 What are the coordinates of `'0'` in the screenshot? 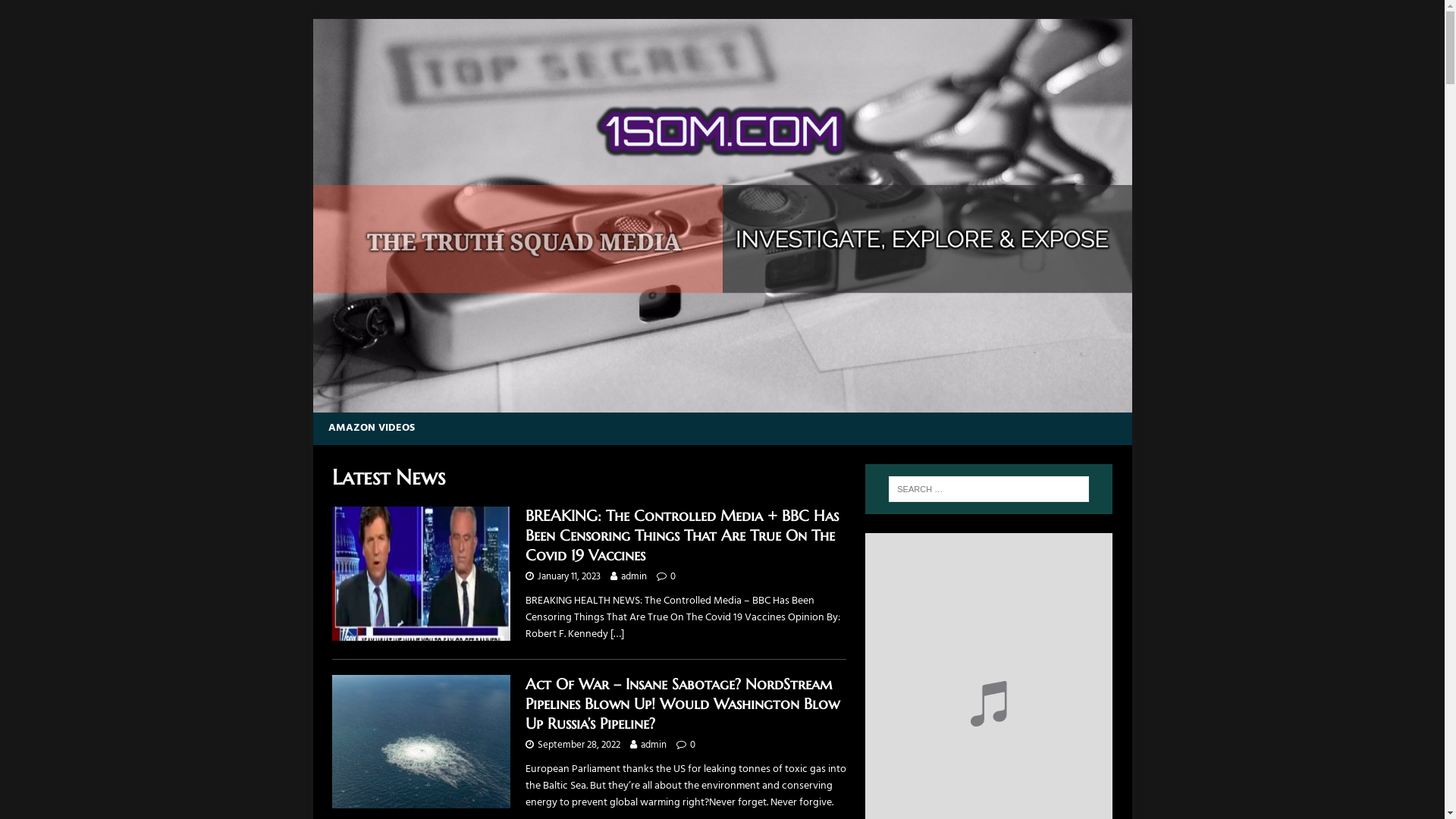 It's located at (689, 744).